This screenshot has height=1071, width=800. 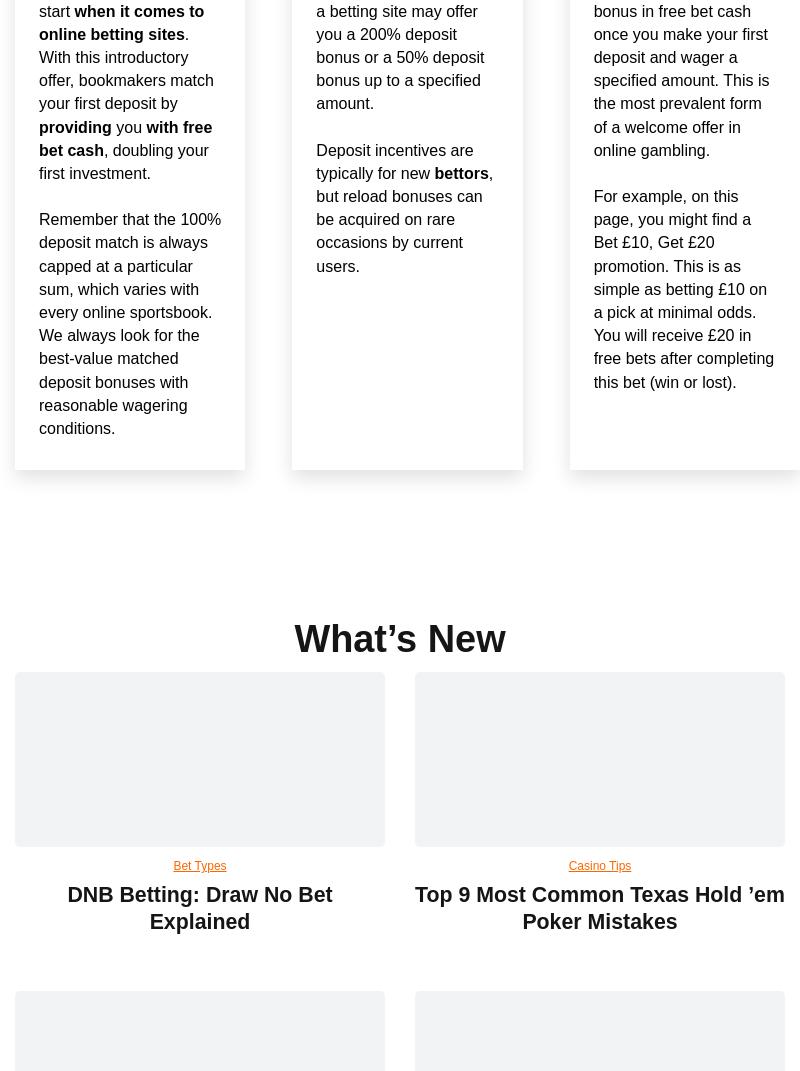 I want to click on 'What’s New', so click(x=398, y=636).